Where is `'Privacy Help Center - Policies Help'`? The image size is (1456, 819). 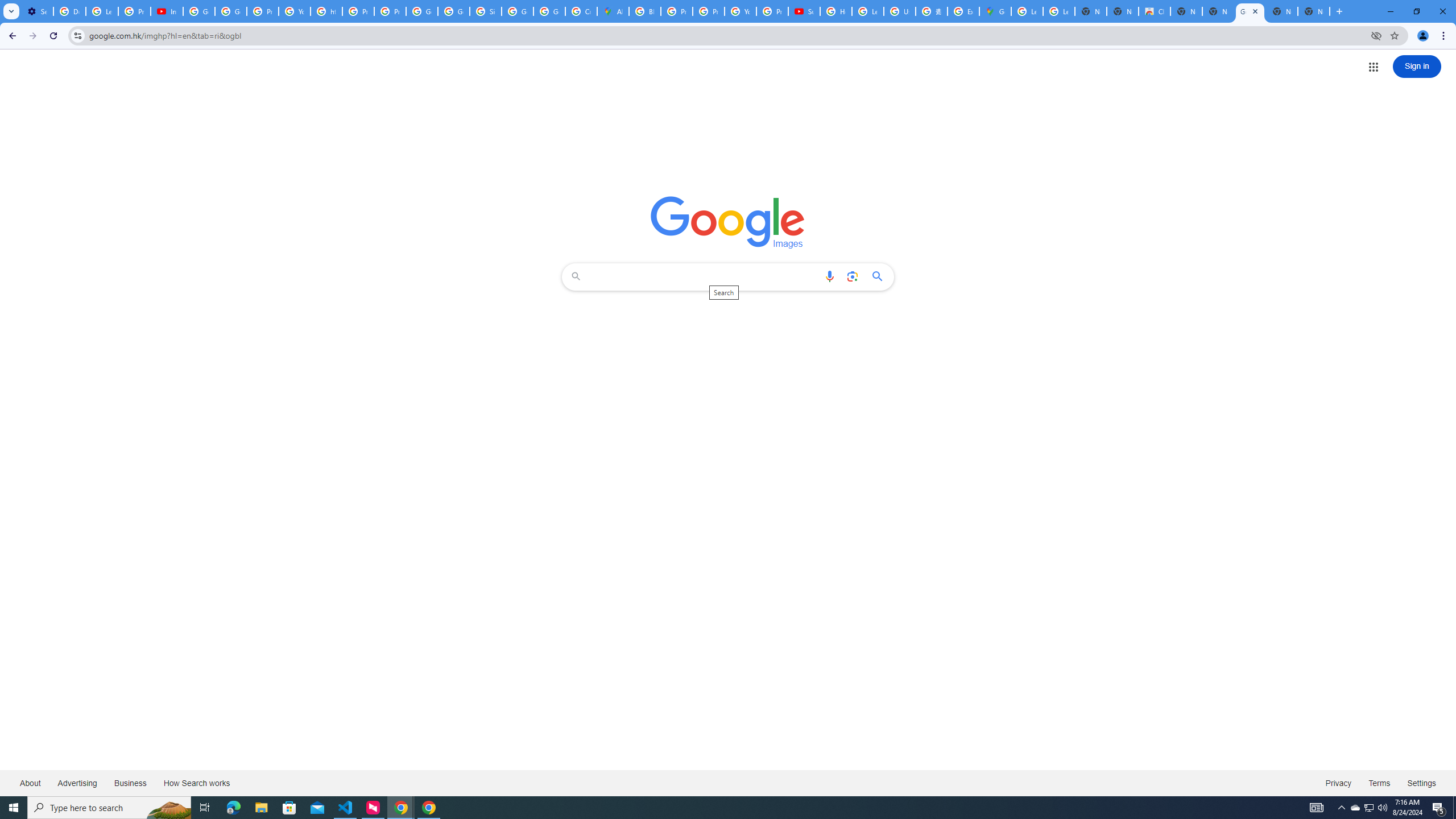
'Privacy Help Center - Policies Help' is located at coordinates (708, 11).